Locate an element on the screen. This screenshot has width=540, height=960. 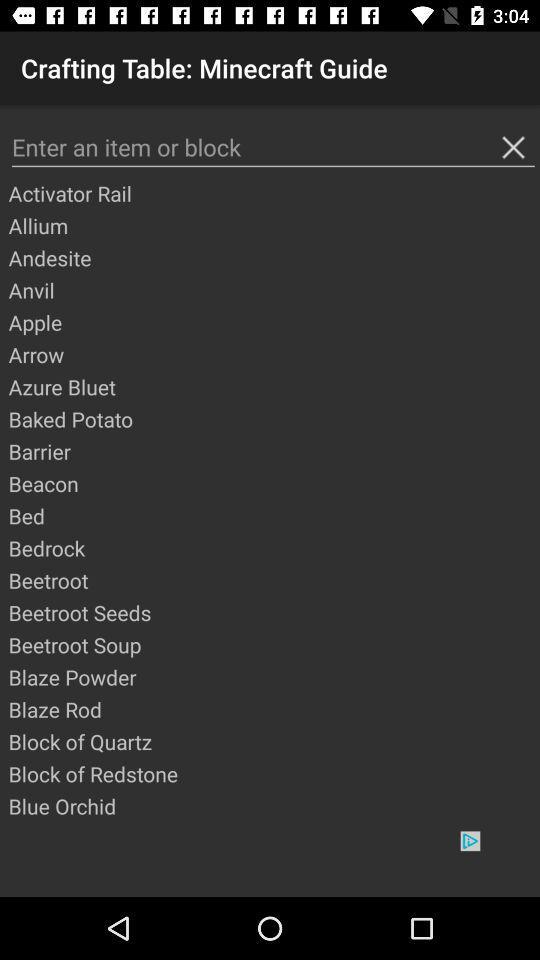
clear text is located at coordinates (513, 146).